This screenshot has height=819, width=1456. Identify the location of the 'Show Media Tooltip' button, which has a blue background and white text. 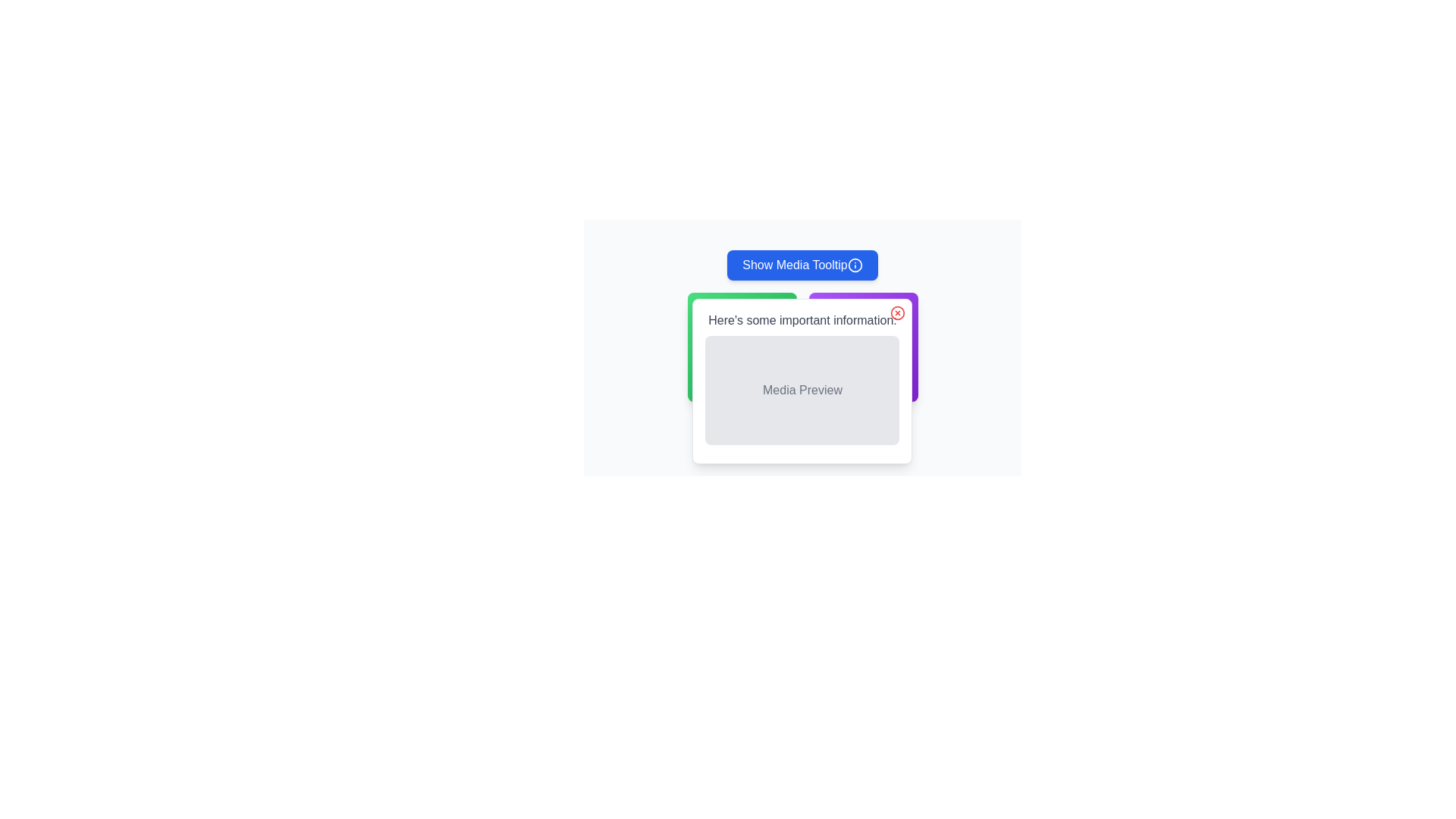
(802, 265).